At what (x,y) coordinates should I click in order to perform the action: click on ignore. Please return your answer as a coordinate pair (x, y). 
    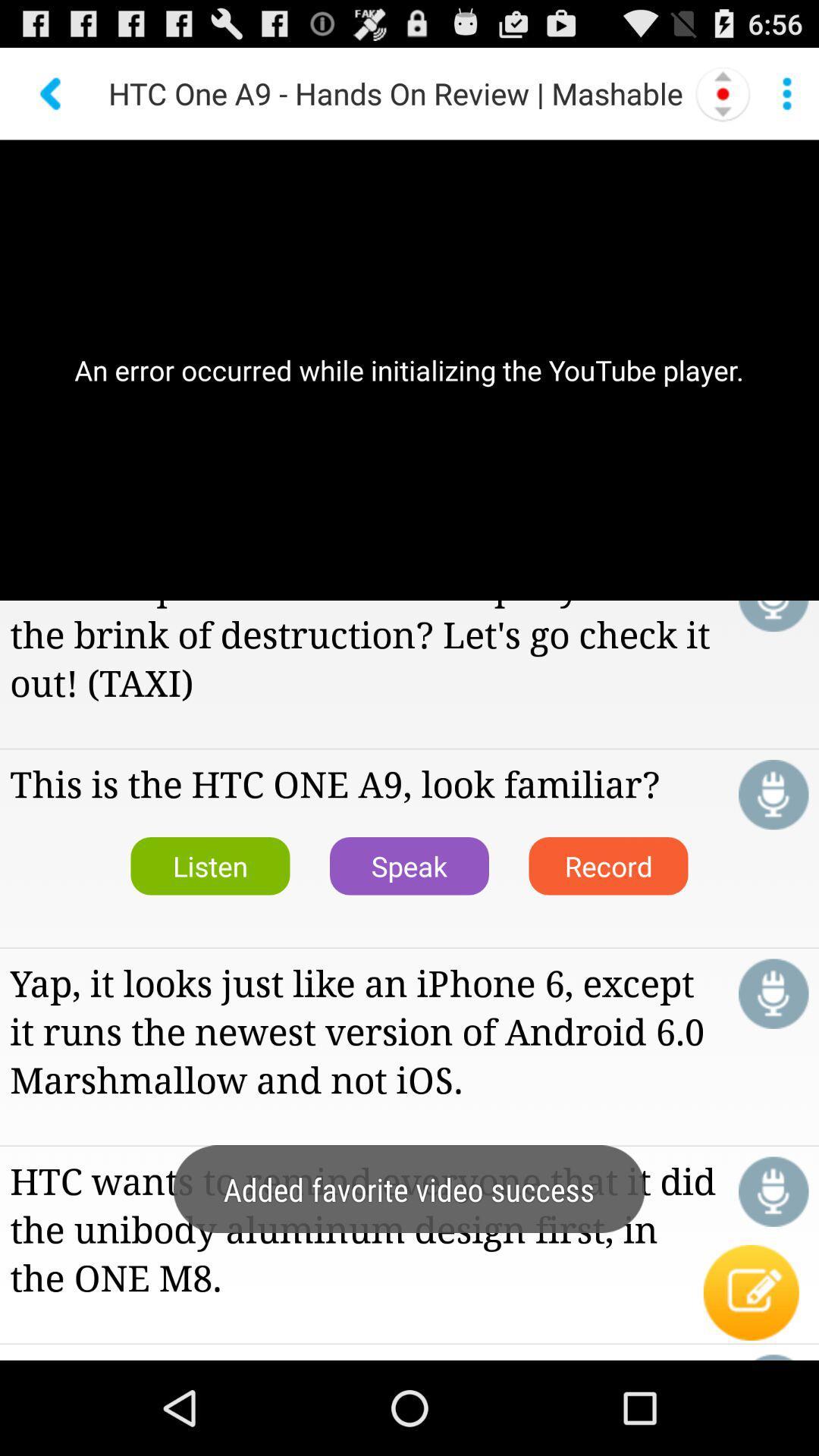
    Looking at the image, I should click on (773, 616).